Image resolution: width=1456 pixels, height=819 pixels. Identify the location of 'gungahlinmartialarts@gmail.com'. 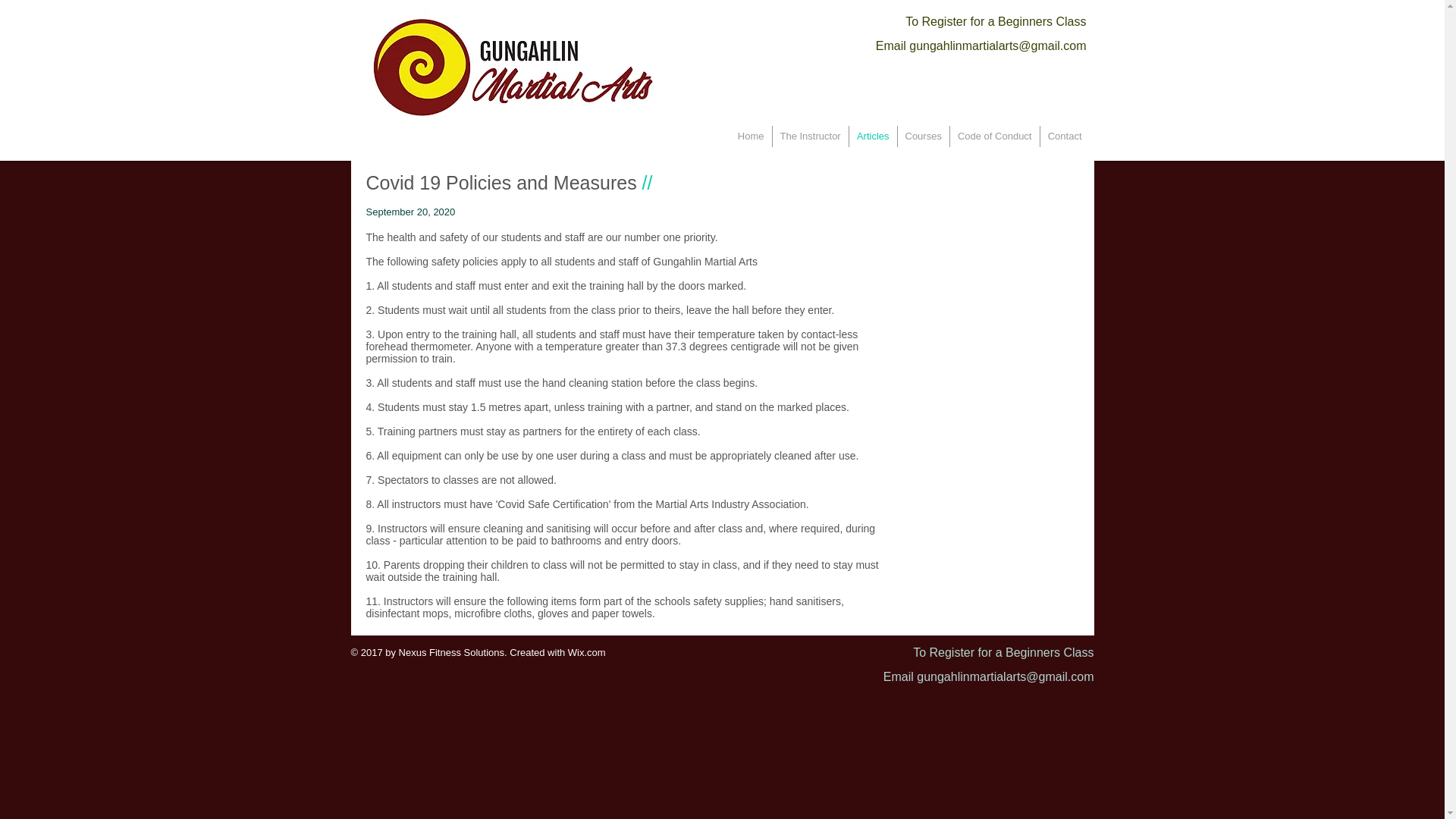
(997, 45).